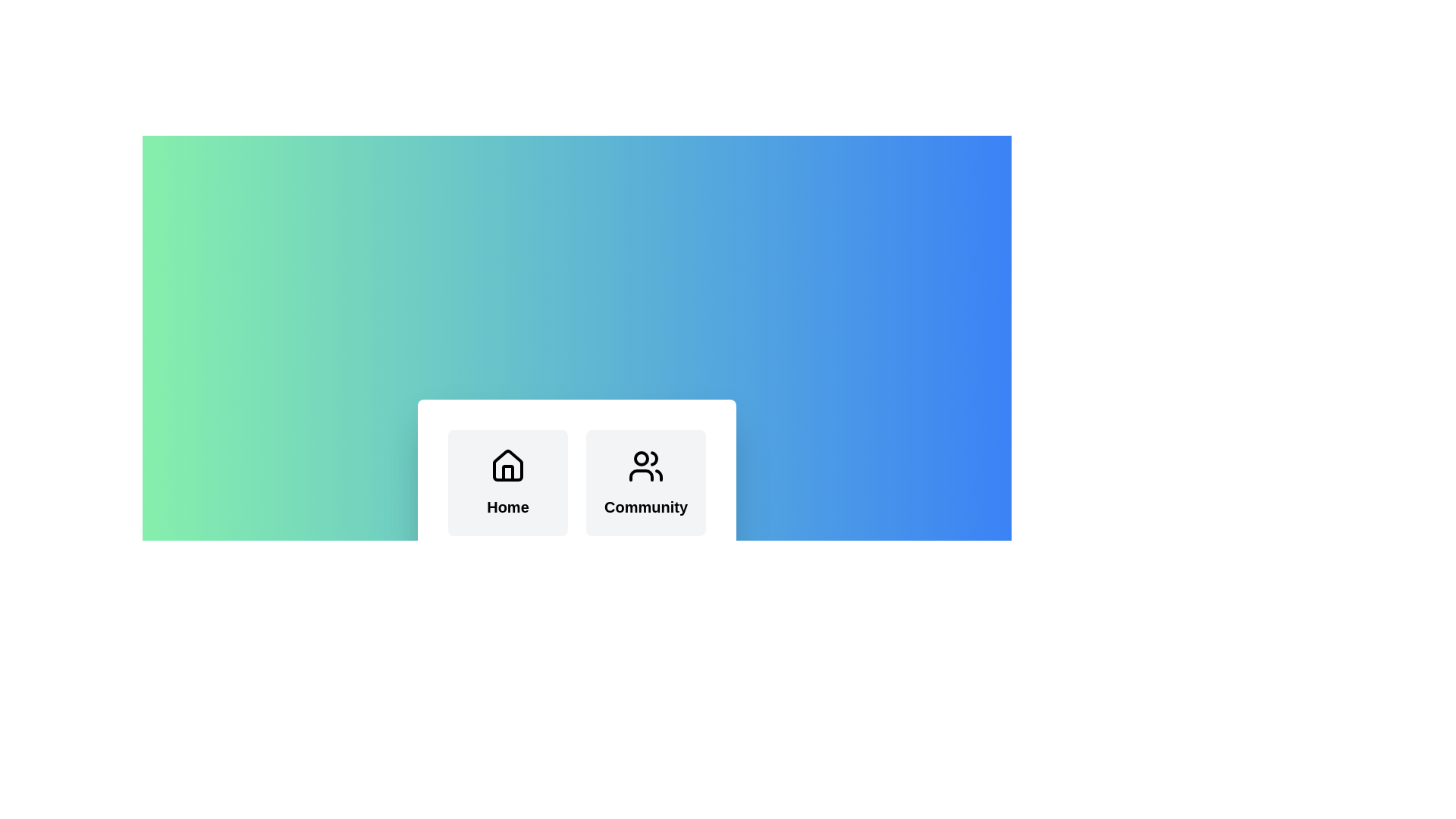  Describe the element at coordinates (508, 464) in the screenshot. I see `the 'Home' vector graphic icon located at the upper part of the left-hand icon in a horizontal pair of icons, positioned above the label that reads 'Home'` at that location.